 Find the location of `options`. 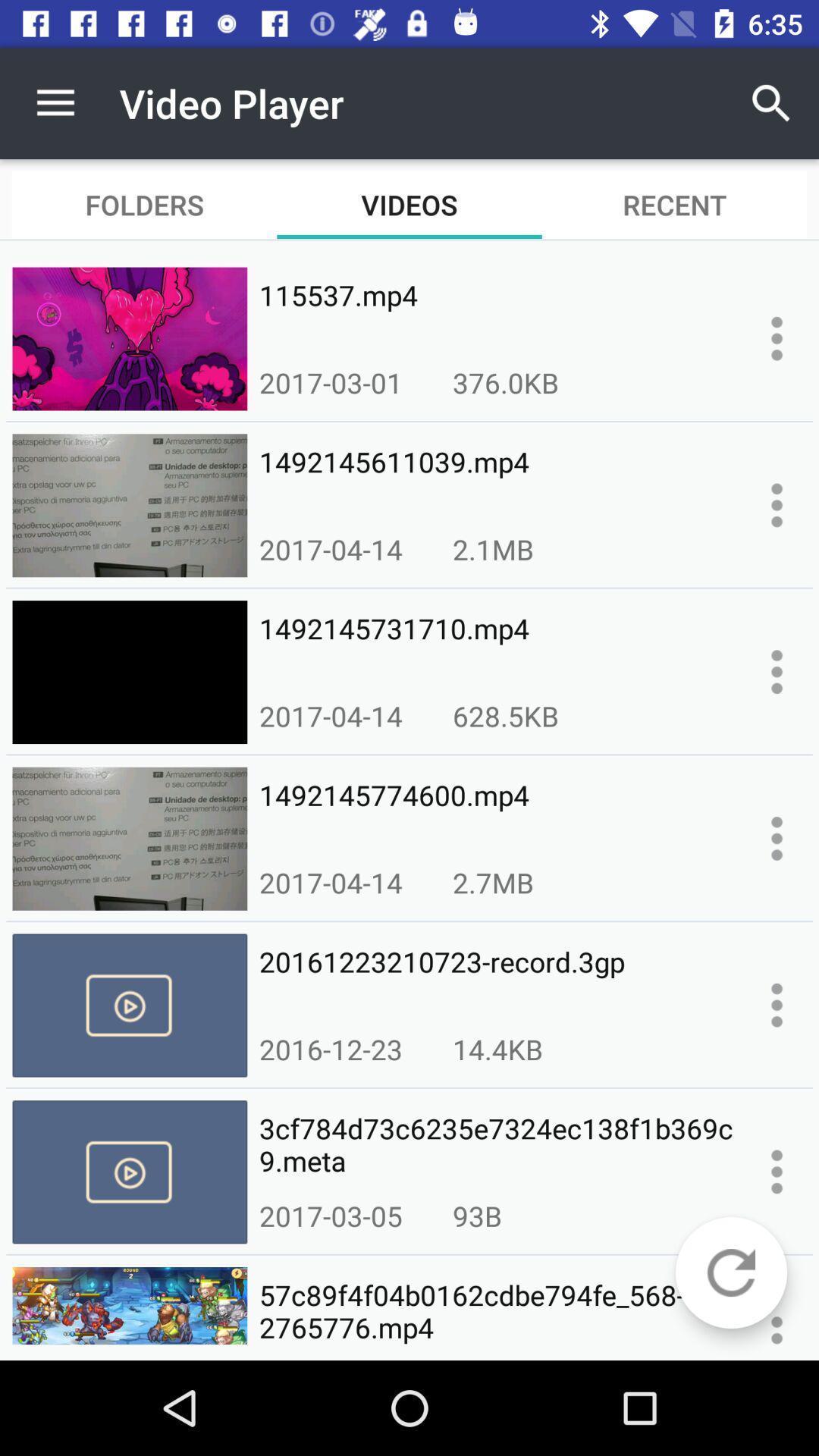

options is located at coordinates (777, 837).